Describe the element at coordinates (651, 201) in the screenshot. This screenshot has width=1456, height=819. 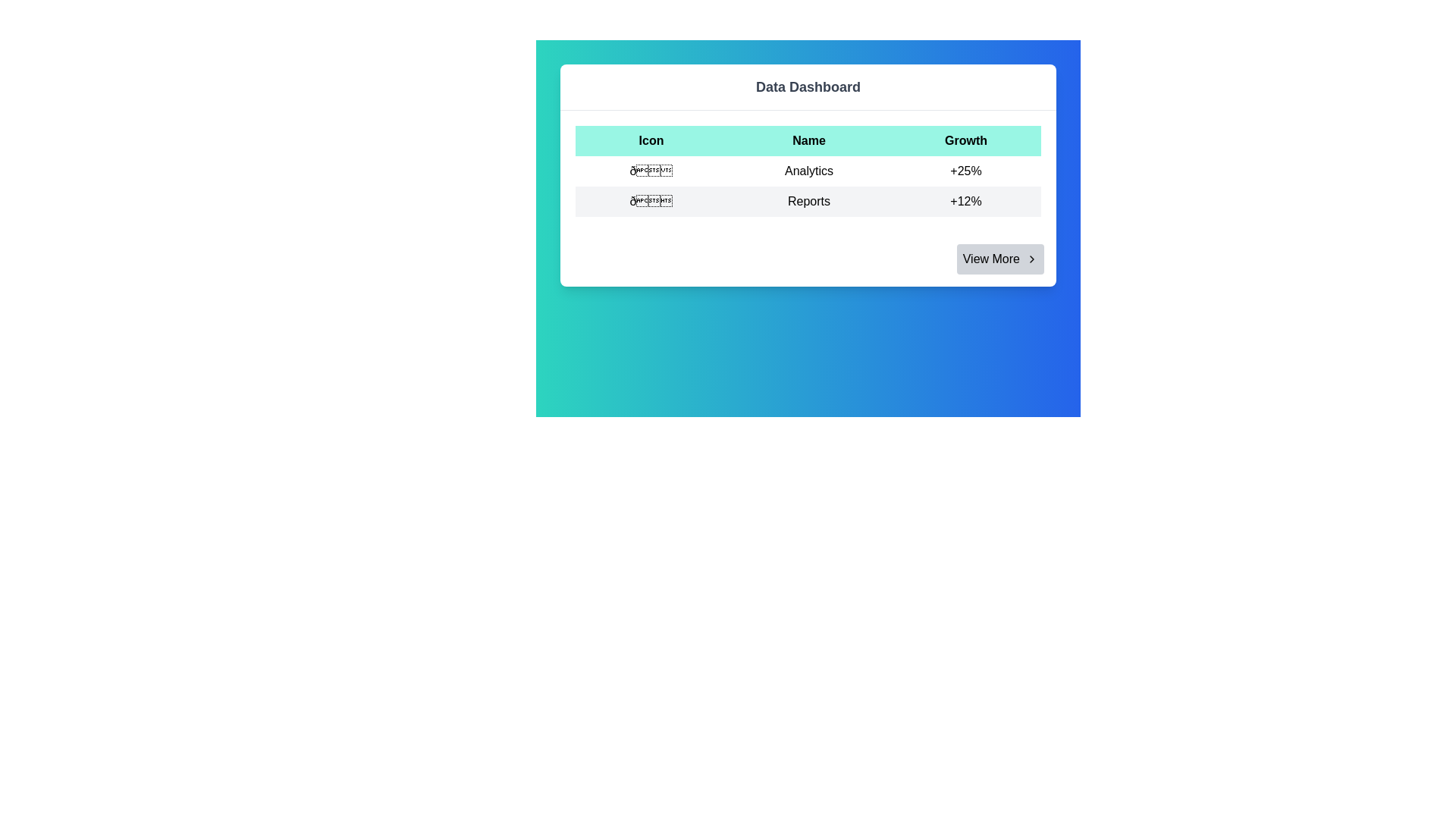
I see `the graphical icon representing the 'Reports' data row, which is located in the first entry of the second row under the 'Icon' column` at that location.